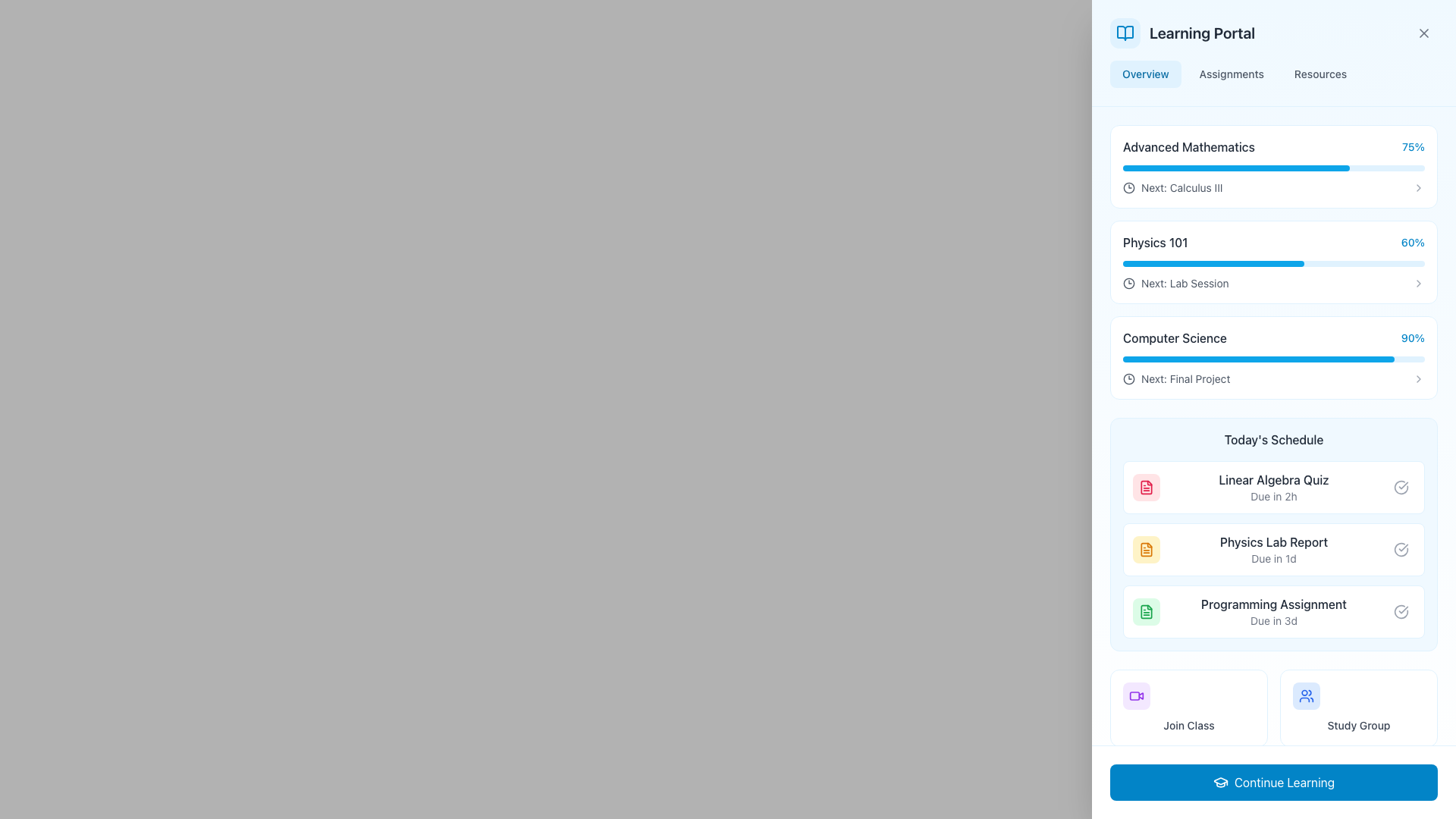  What do you see at coordinates (1413, 146) in the screenshot?
I see `percentage information displayed in the text label showing '75%' with a sky-blue font color on the right side of the 'Advanced Mathematics' row` at bounding box center [1413, 146].